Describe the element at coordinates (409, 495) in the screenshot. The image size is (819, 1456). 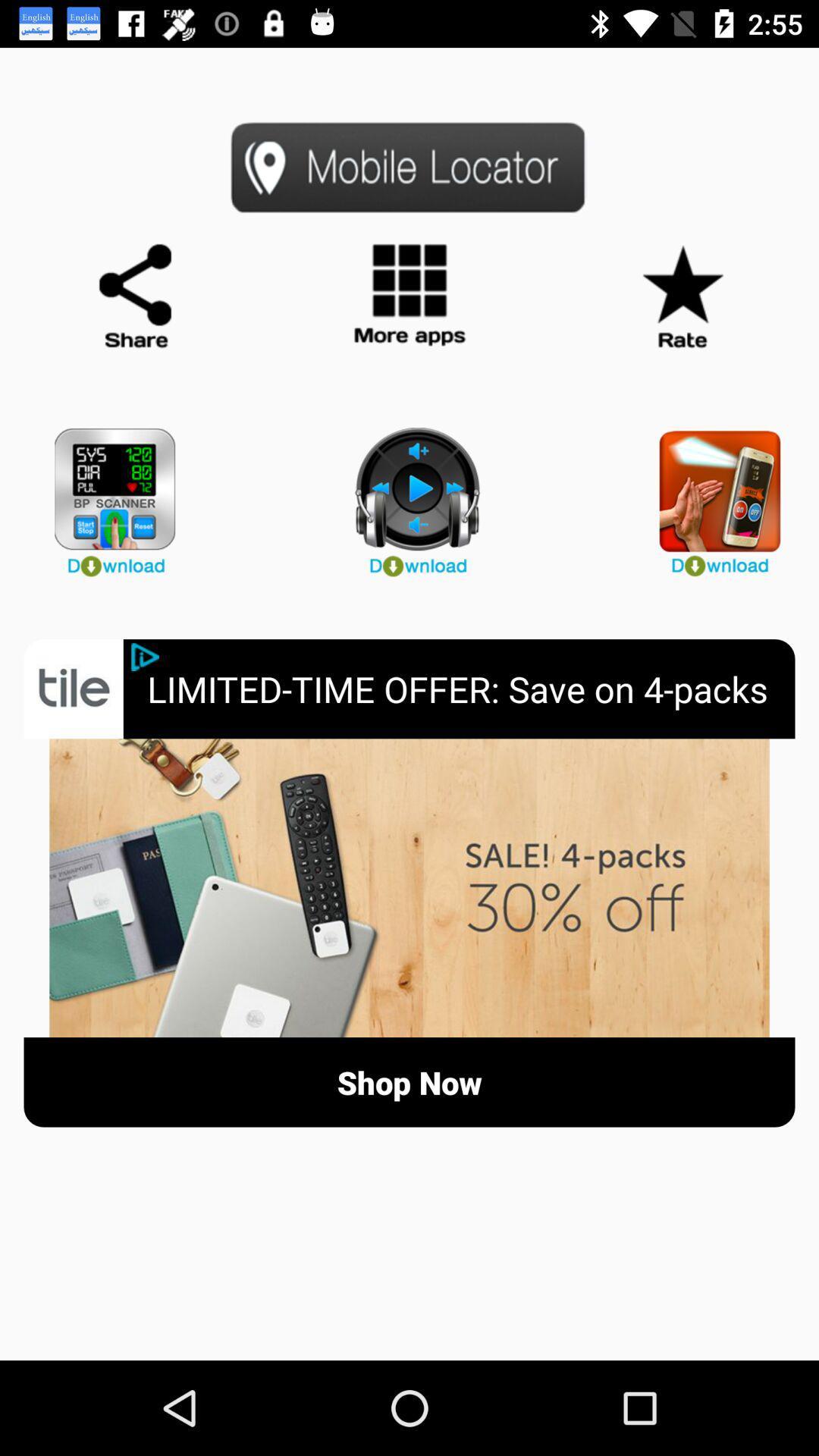
I see `the play icon` at that location.